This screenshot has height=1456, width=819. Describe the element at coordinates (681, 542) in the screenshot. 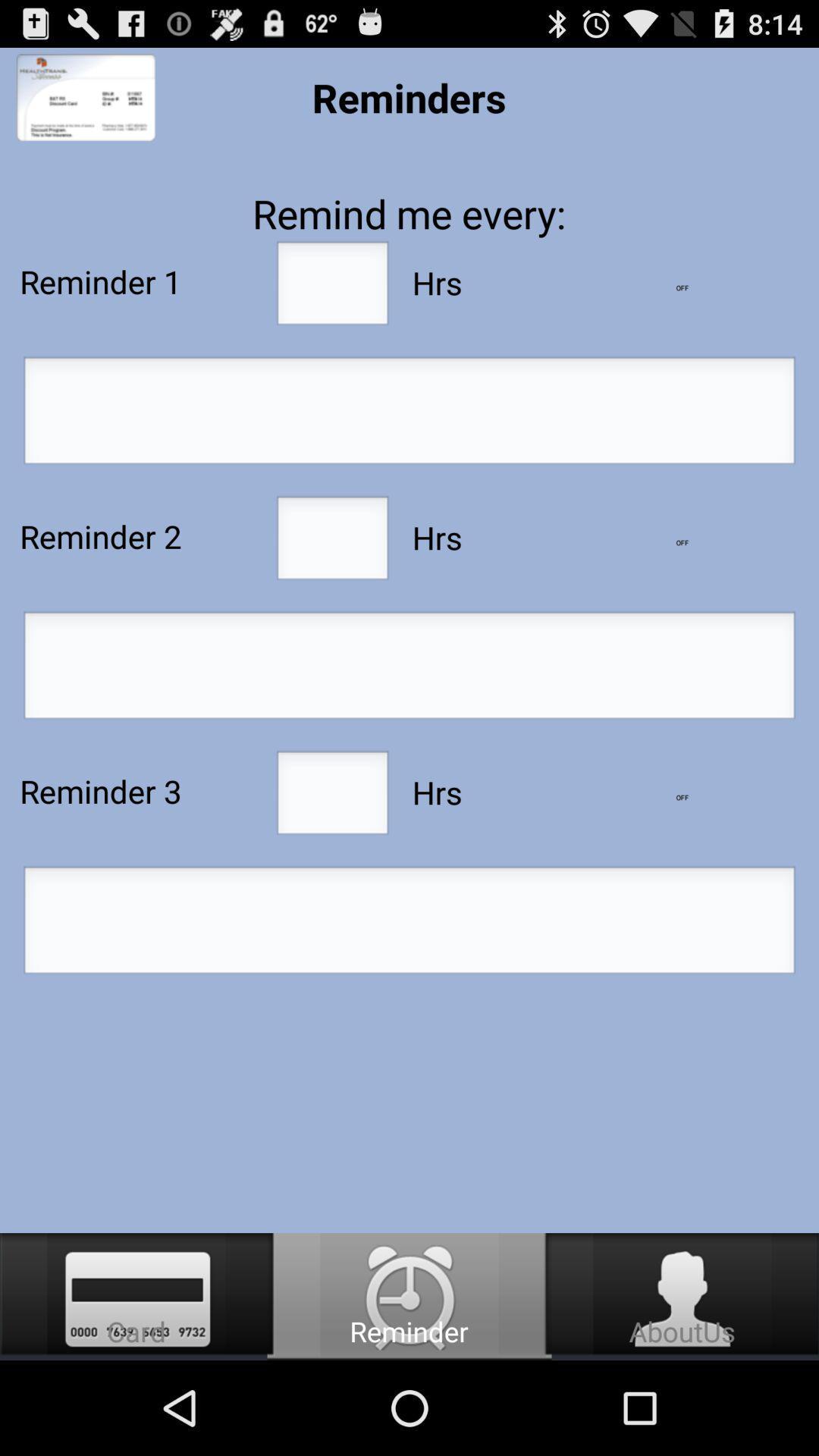

I see `open drop down` at that location.